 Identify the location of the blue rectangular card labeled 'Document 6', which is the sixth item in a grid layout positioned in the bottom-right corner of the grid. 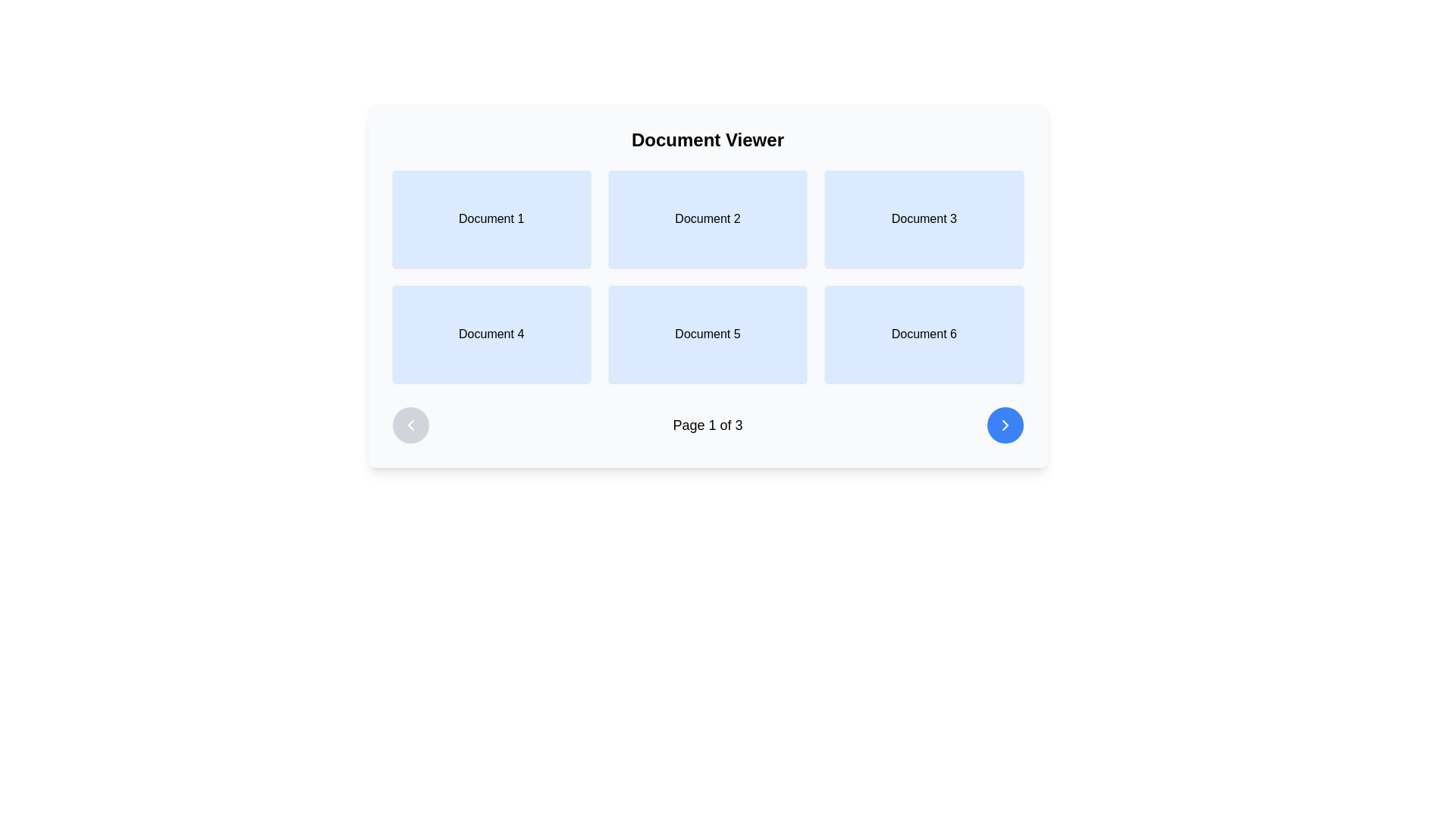
(923, 333).